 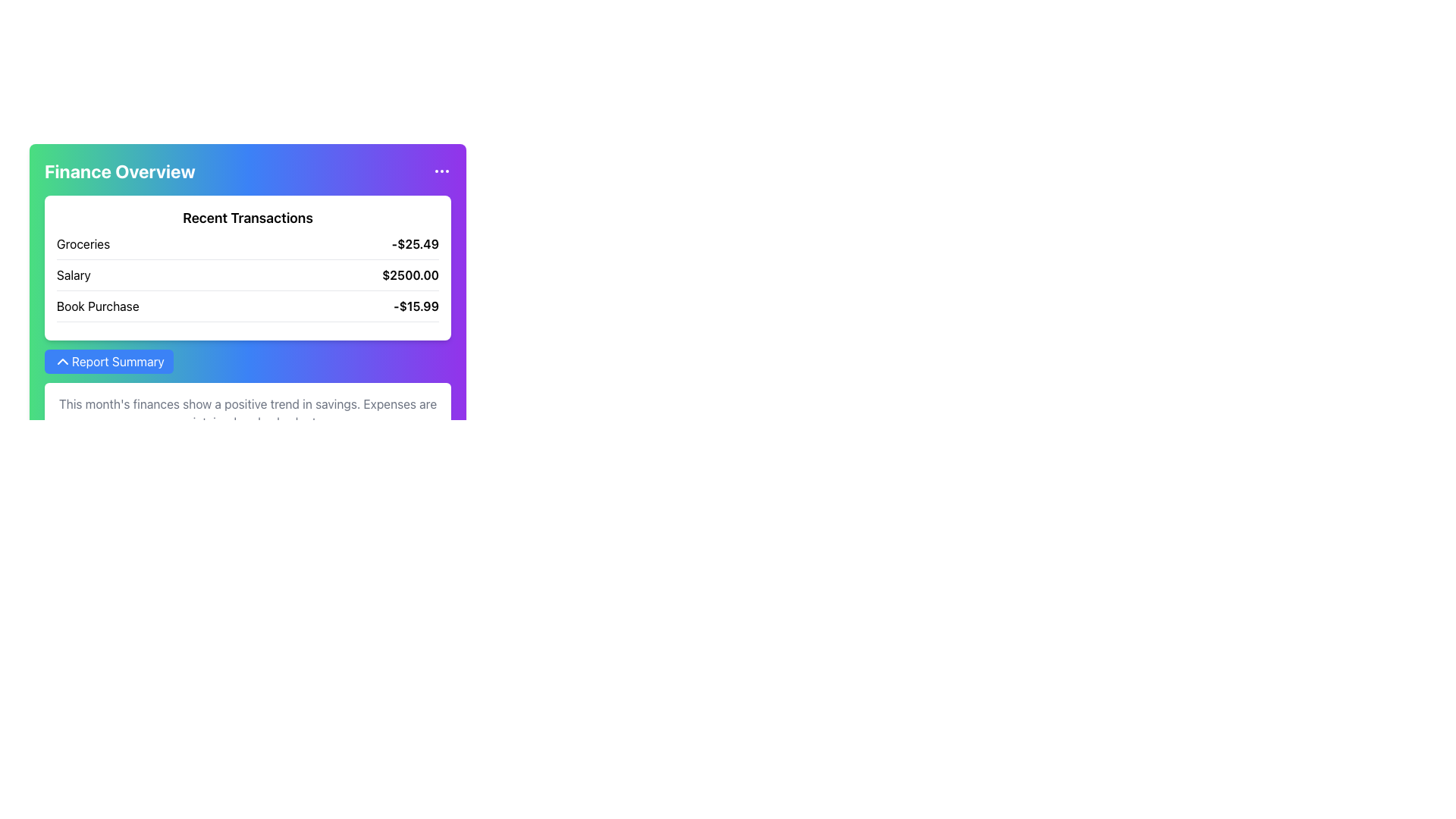 I want to click on the text label displaying 'Book Purchase' in the 'Recent Transactions' section of the 'Finance Overview' interface, so click(x=97, y=306).